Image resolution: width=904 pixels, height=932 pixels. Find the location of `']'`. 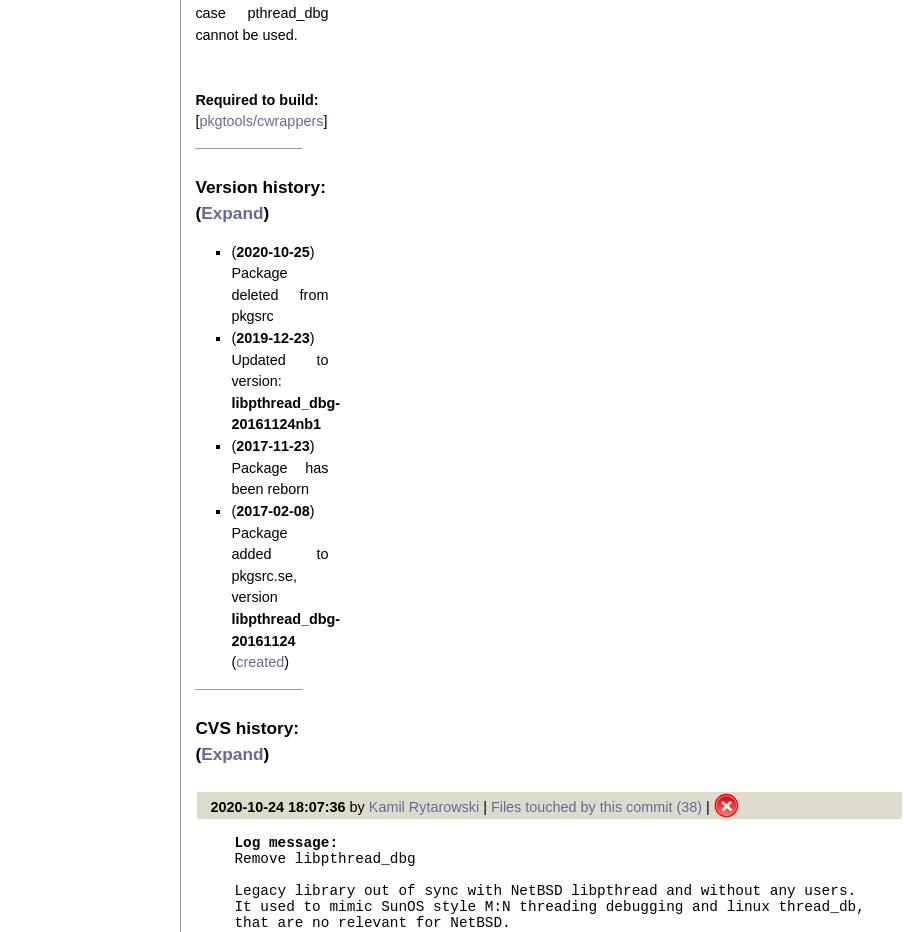

']' is located at coordinates (324, 119).